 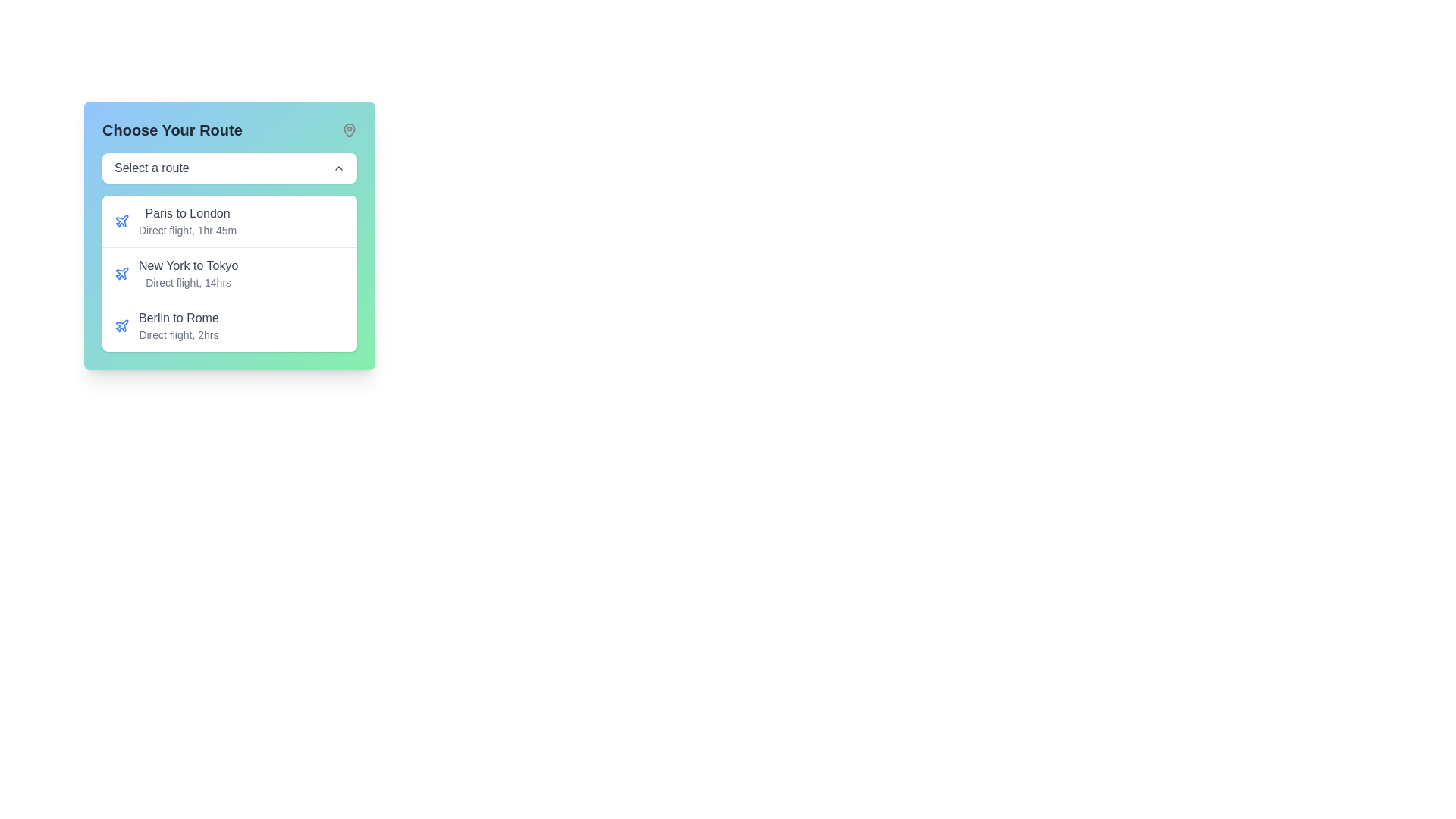 What do you see at coordinates (178, 318) in the screenshot?
I see `the static text label that serves as the title for a flight route option in the third row under 'Choose Your Route'` at bounding box center [178, 318].